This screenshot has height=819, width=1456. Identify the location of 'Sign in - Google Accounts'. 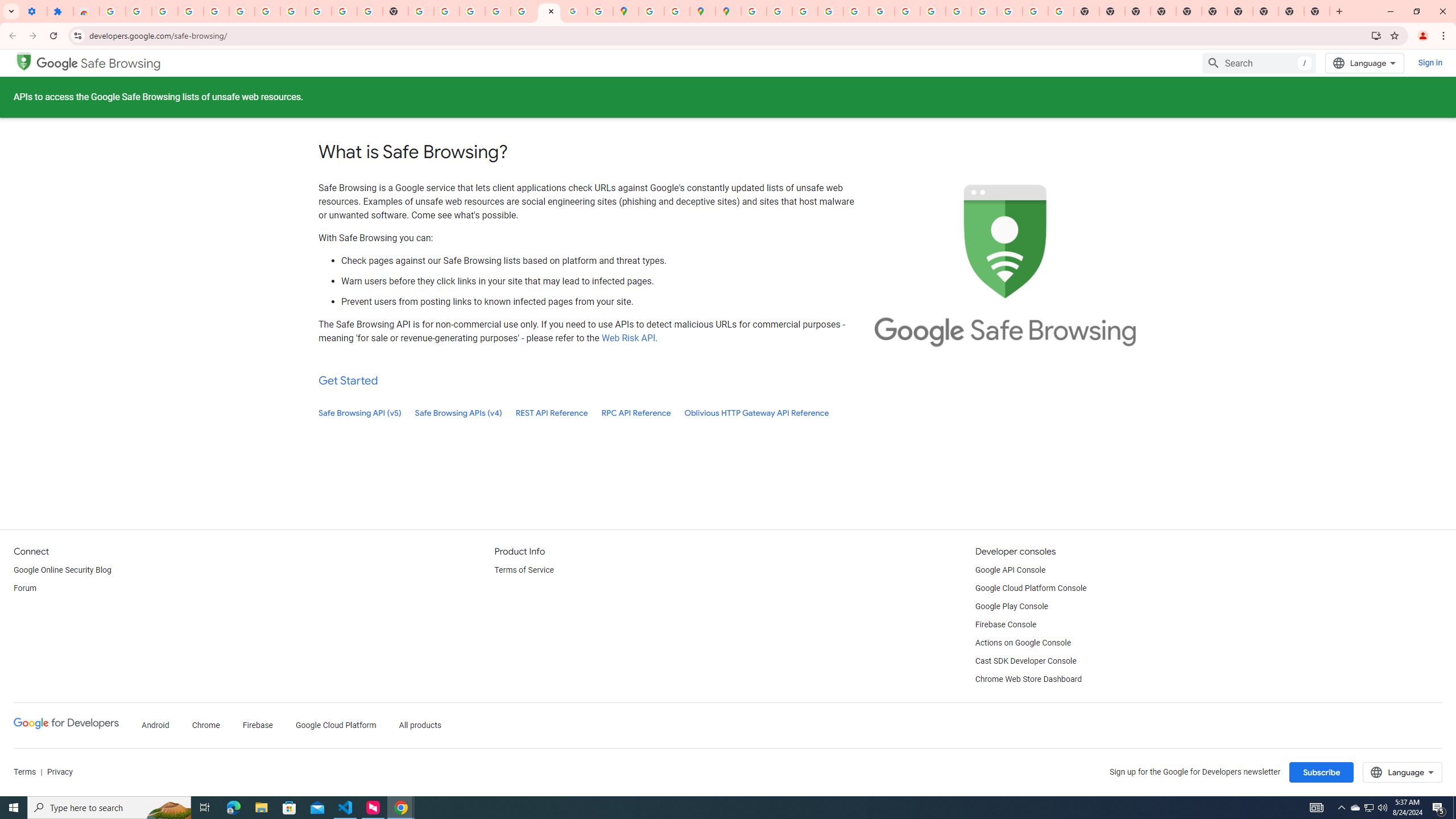
(112, 11).